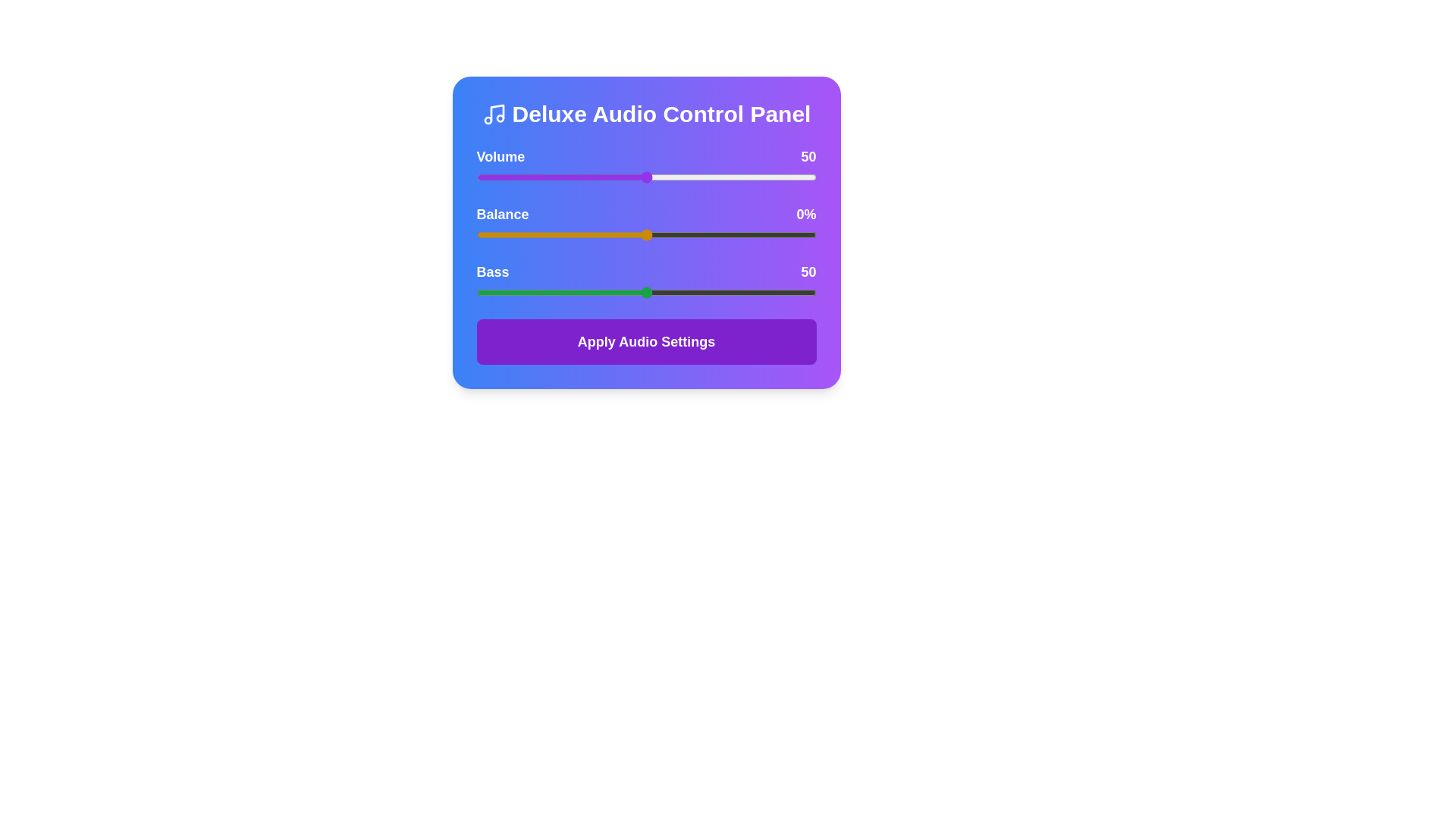 Image resolution: width=1456 pixels, height=819 pixels. I want to click on balance, so click(557, 234).